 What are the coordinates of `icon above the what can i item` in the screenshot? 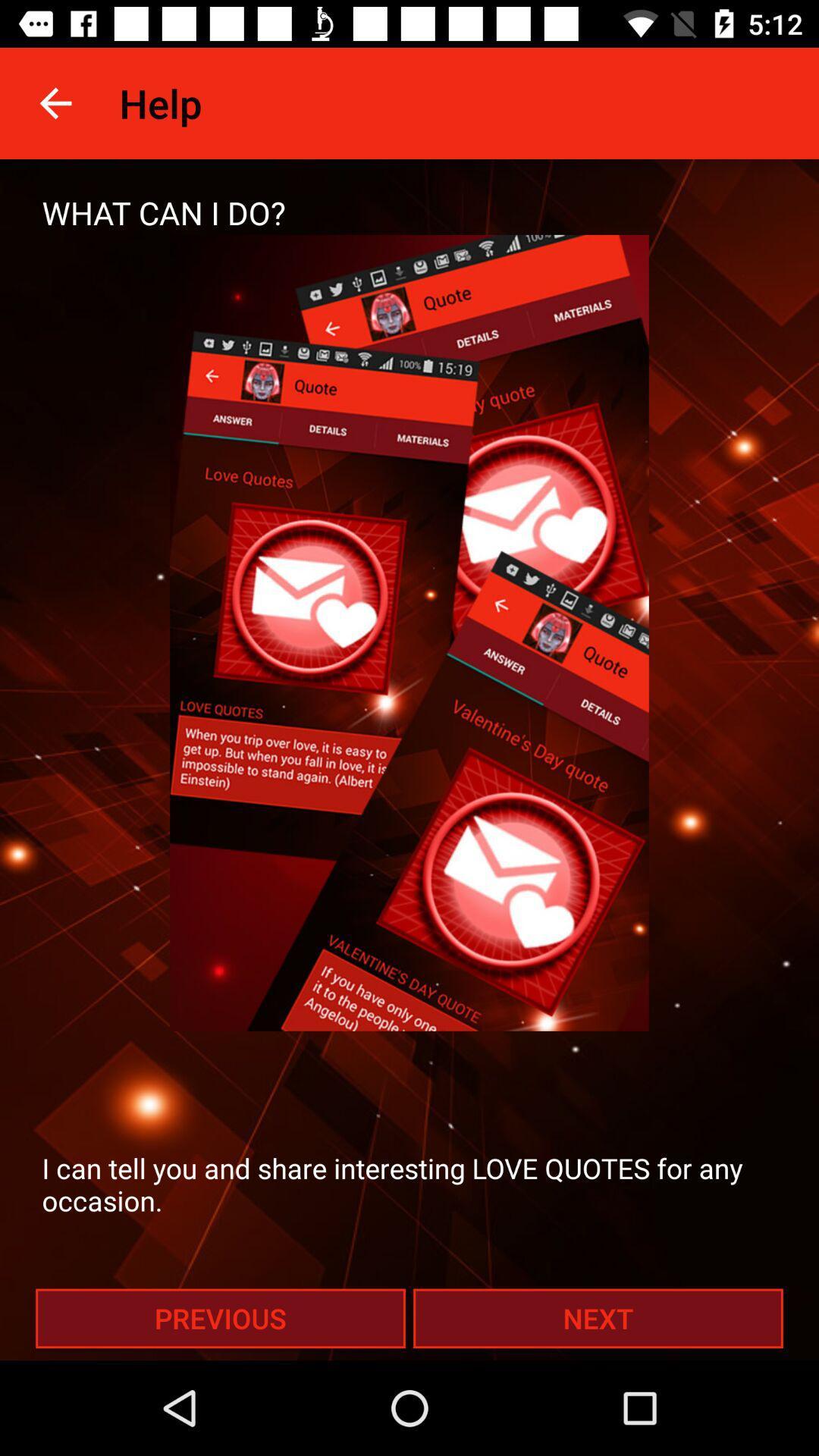 It's located at (55, 102).